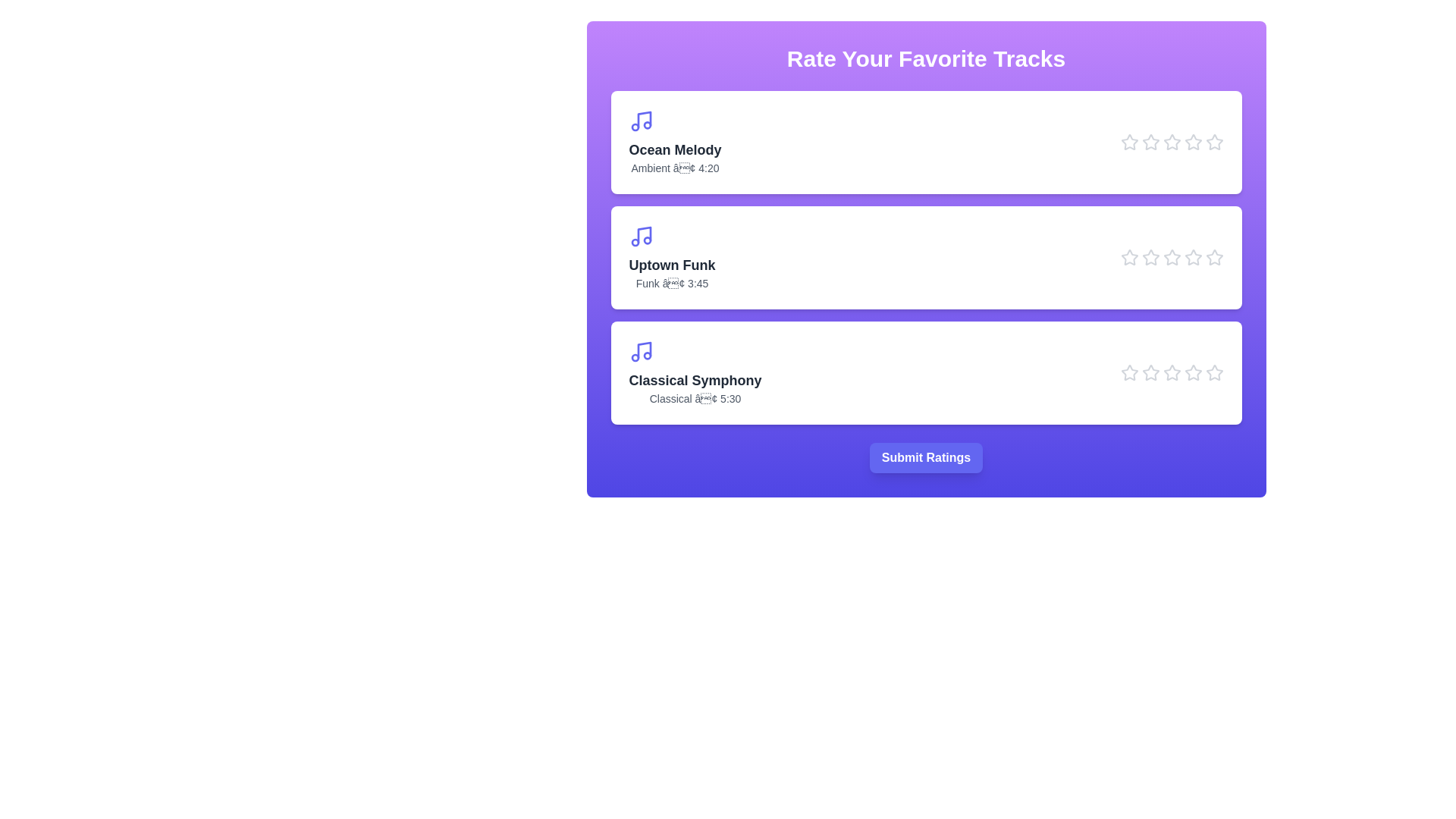  I want to click on the star icon corresponding to Ocean Melody at 2 stars to preview the rating, so click(1150, 143).